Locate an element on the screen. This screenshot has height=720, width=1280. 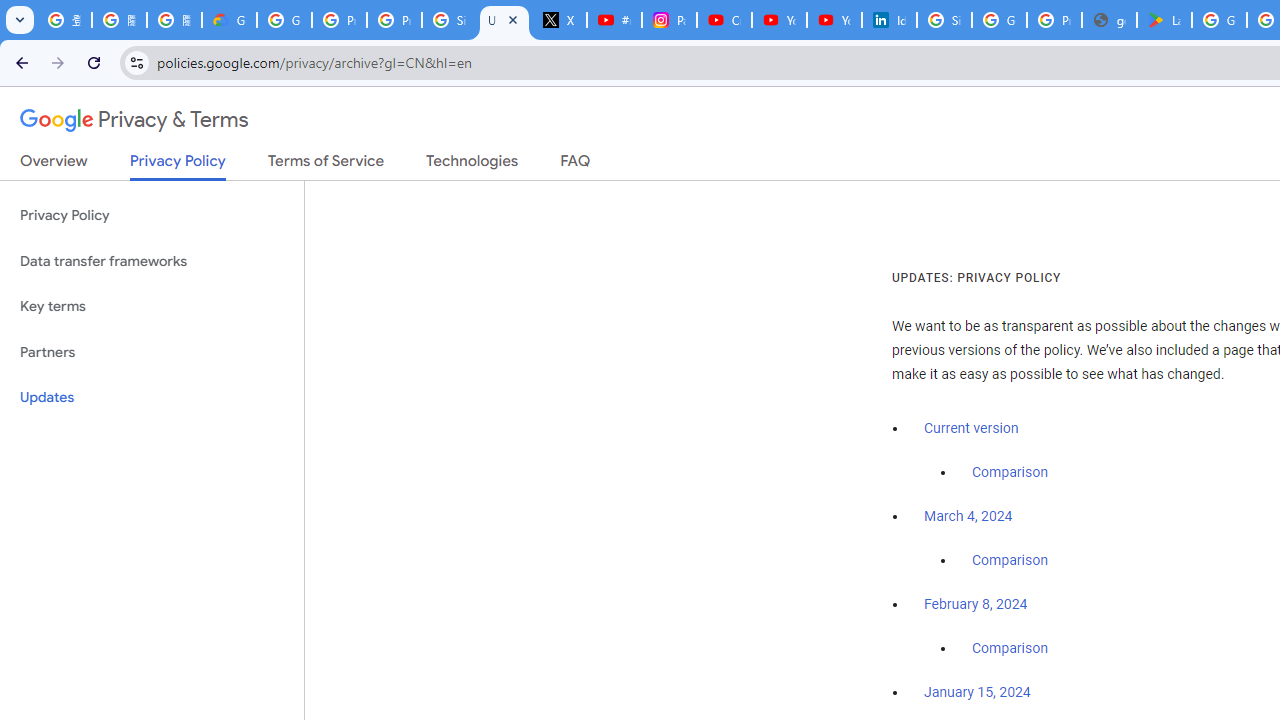
'Partners' is located at coordinates (151, 351).